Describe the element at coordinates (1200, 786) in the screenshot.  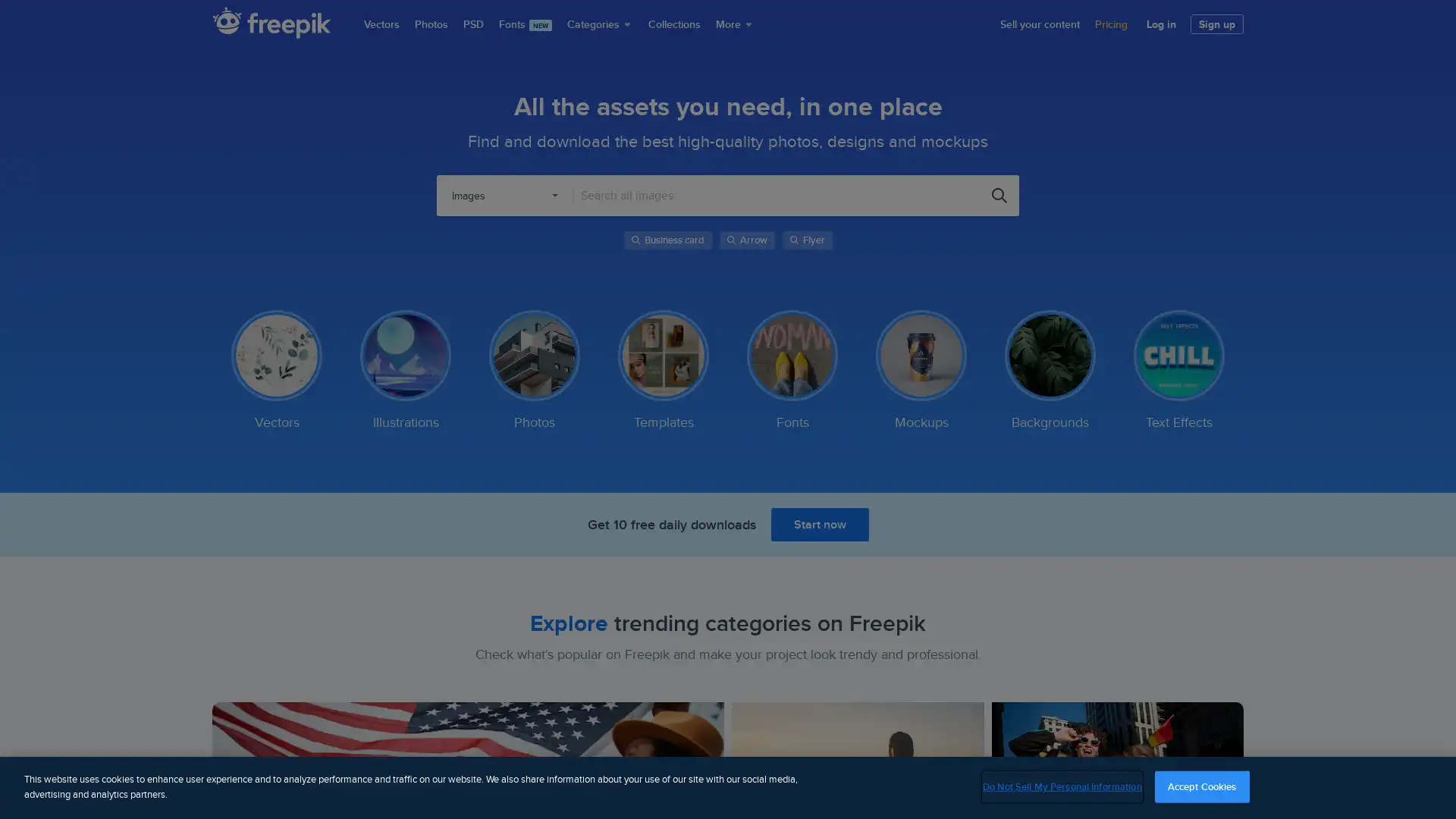
I see `Accept Cookies` at that location.